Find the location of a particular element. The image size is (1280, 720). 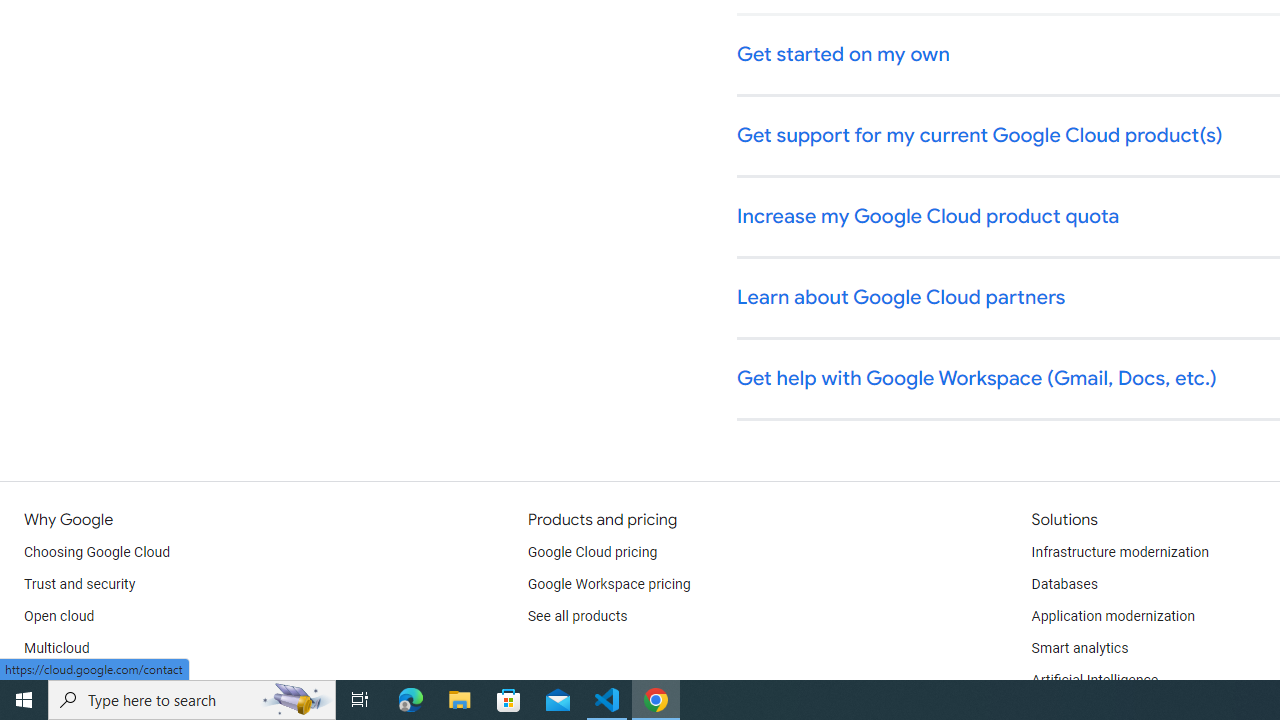

'Choosing Google Cloud' is located at coordinates (96, 552).